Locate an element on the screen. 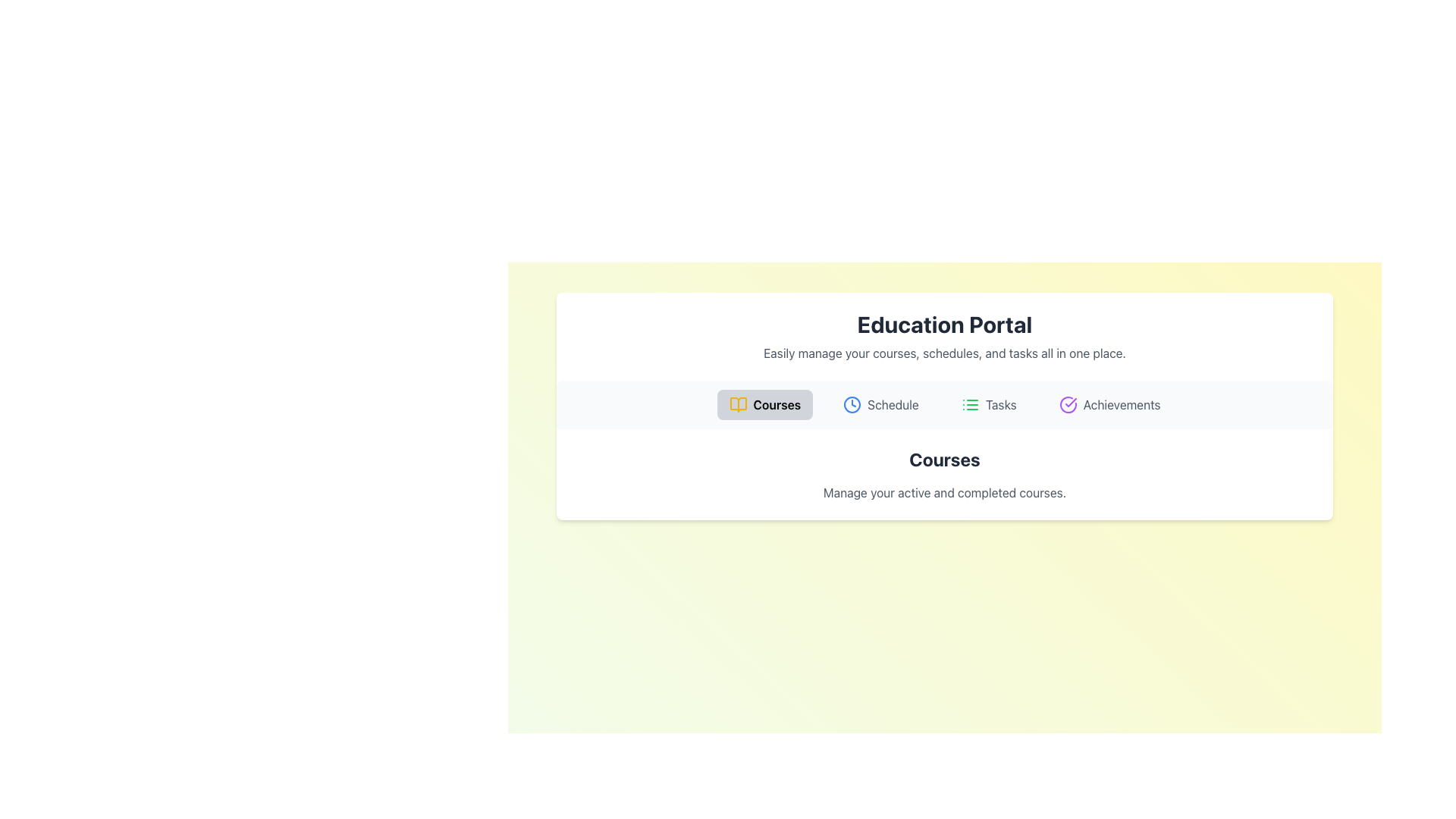 Image resolution: width=1456 pixels, height=819 pixels. the non-interactive text display that serves as a descriptive subtitle below the 'Education Portal' title is located at coordinates (944, 353).